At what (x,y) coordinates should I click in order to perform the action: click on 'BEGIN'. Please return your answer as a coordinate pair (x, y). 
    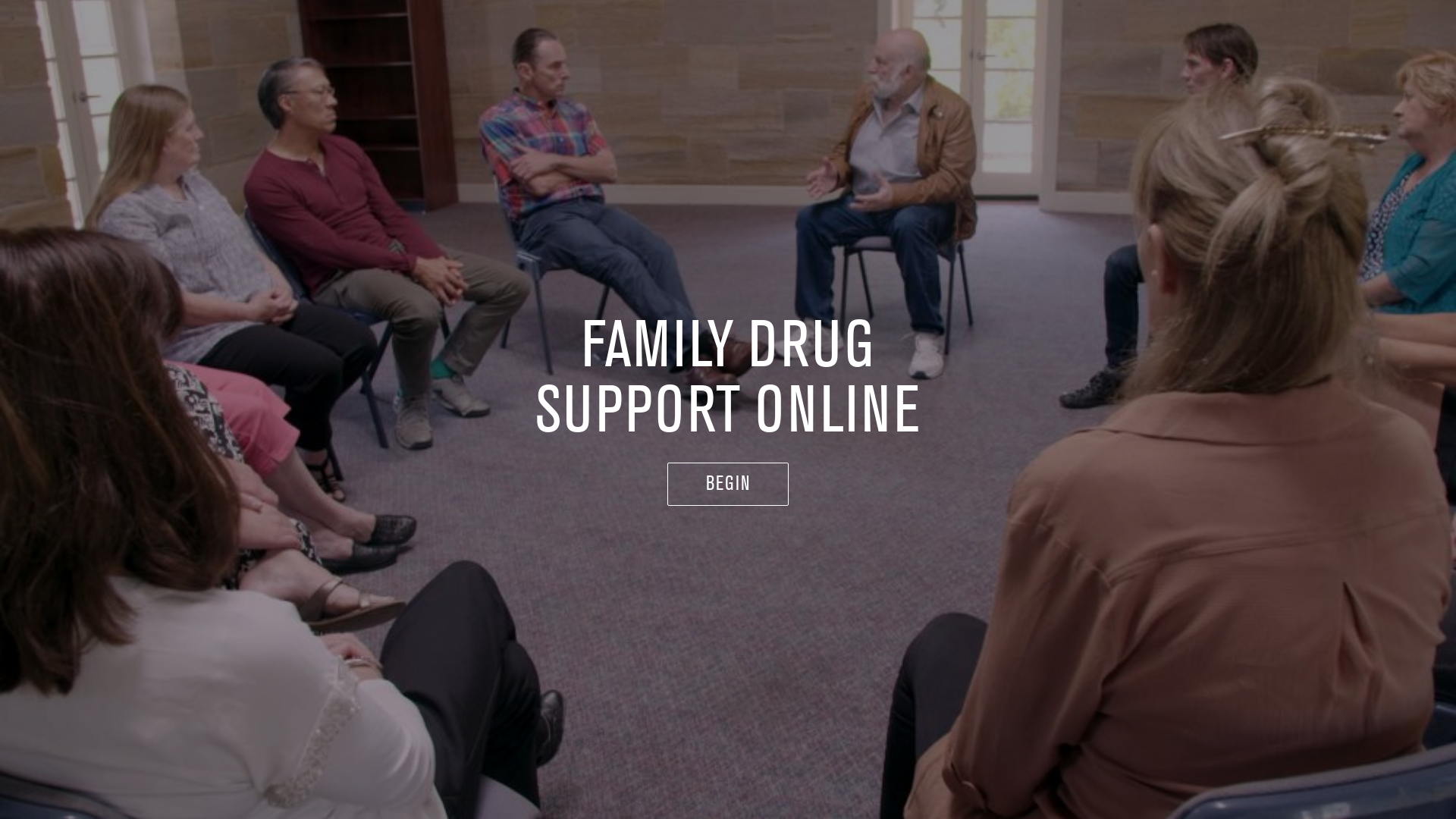
    Looking at the image, I should click on (667, 485).